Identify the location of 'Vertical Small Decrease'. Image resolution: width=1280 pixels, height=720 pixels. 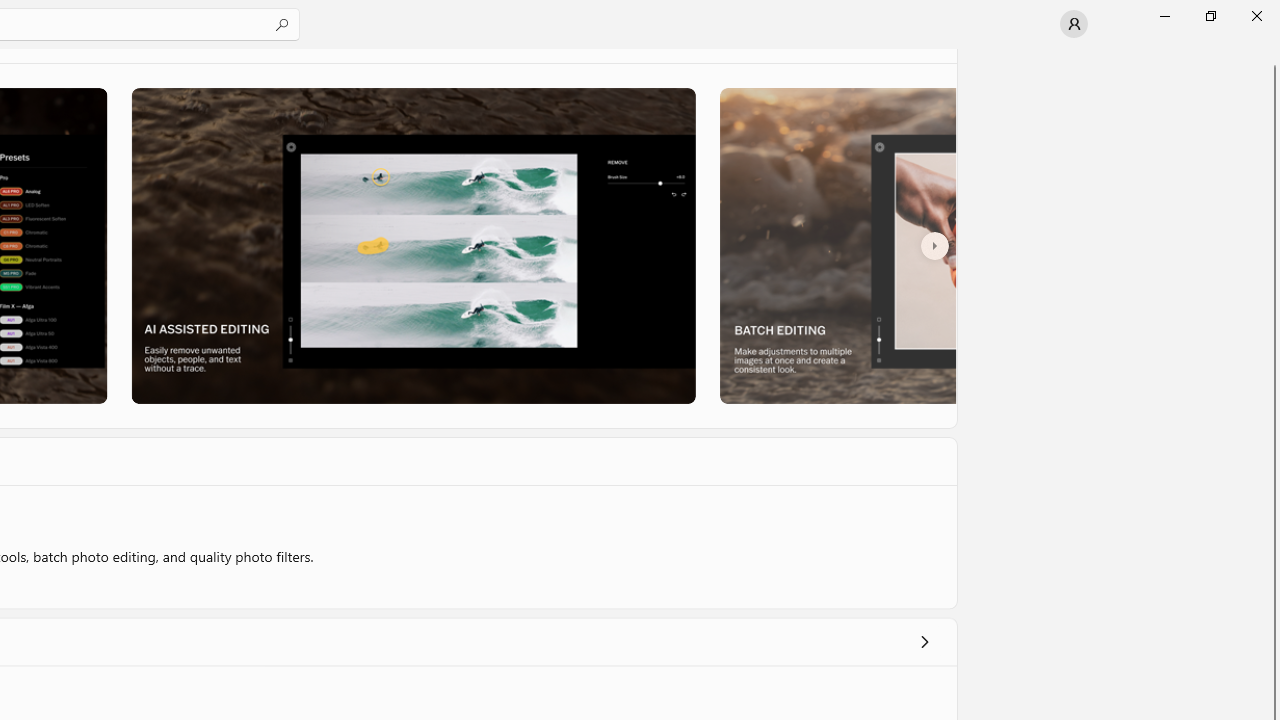
(1271, 54).